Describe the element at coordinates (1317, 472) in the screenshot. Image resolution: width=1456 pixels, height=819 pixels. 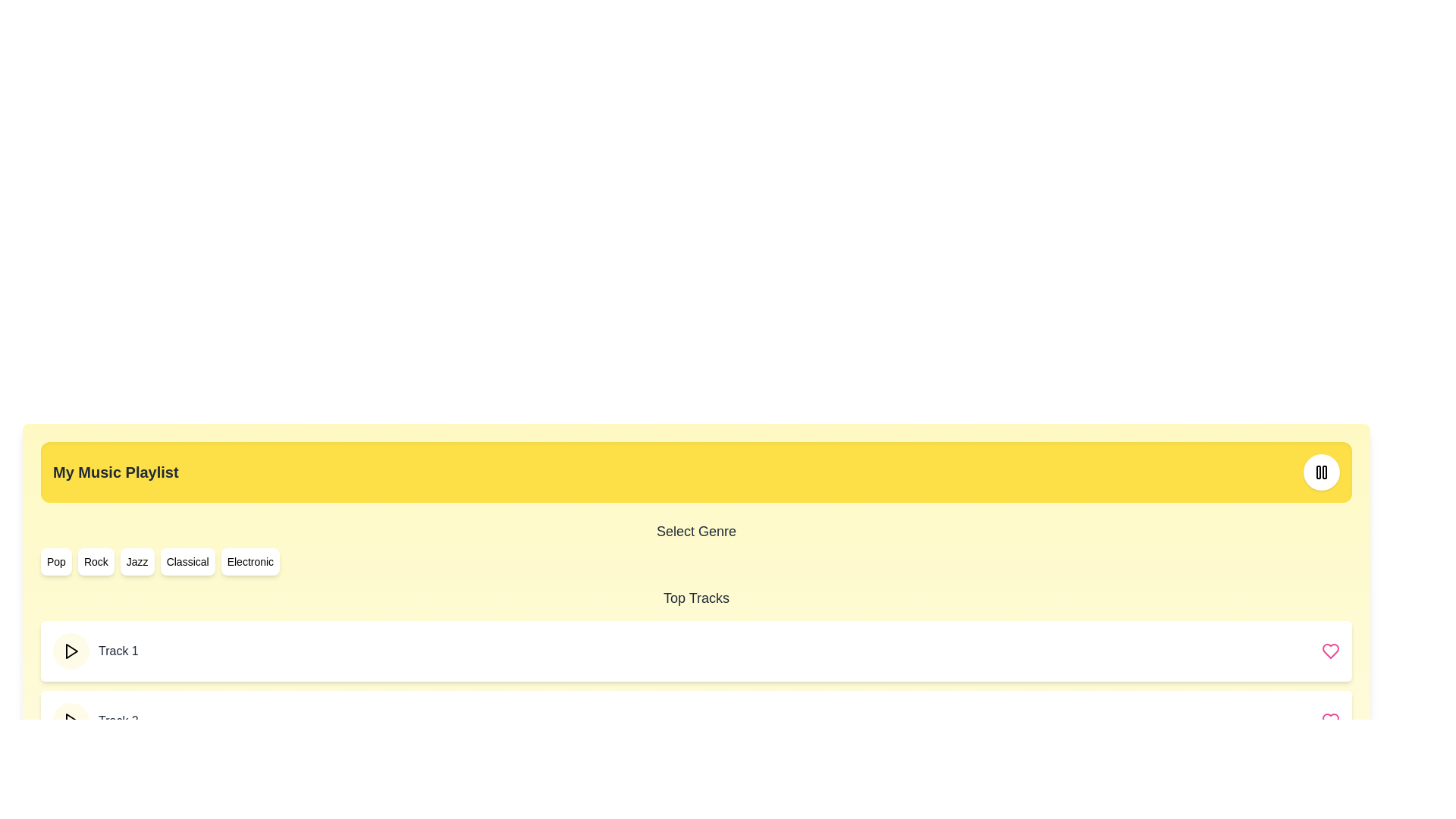
I see `the left bar of the pause icon located in the top-right corner of the interface, which is surrounded by a circular button with a yellow background` at that location.